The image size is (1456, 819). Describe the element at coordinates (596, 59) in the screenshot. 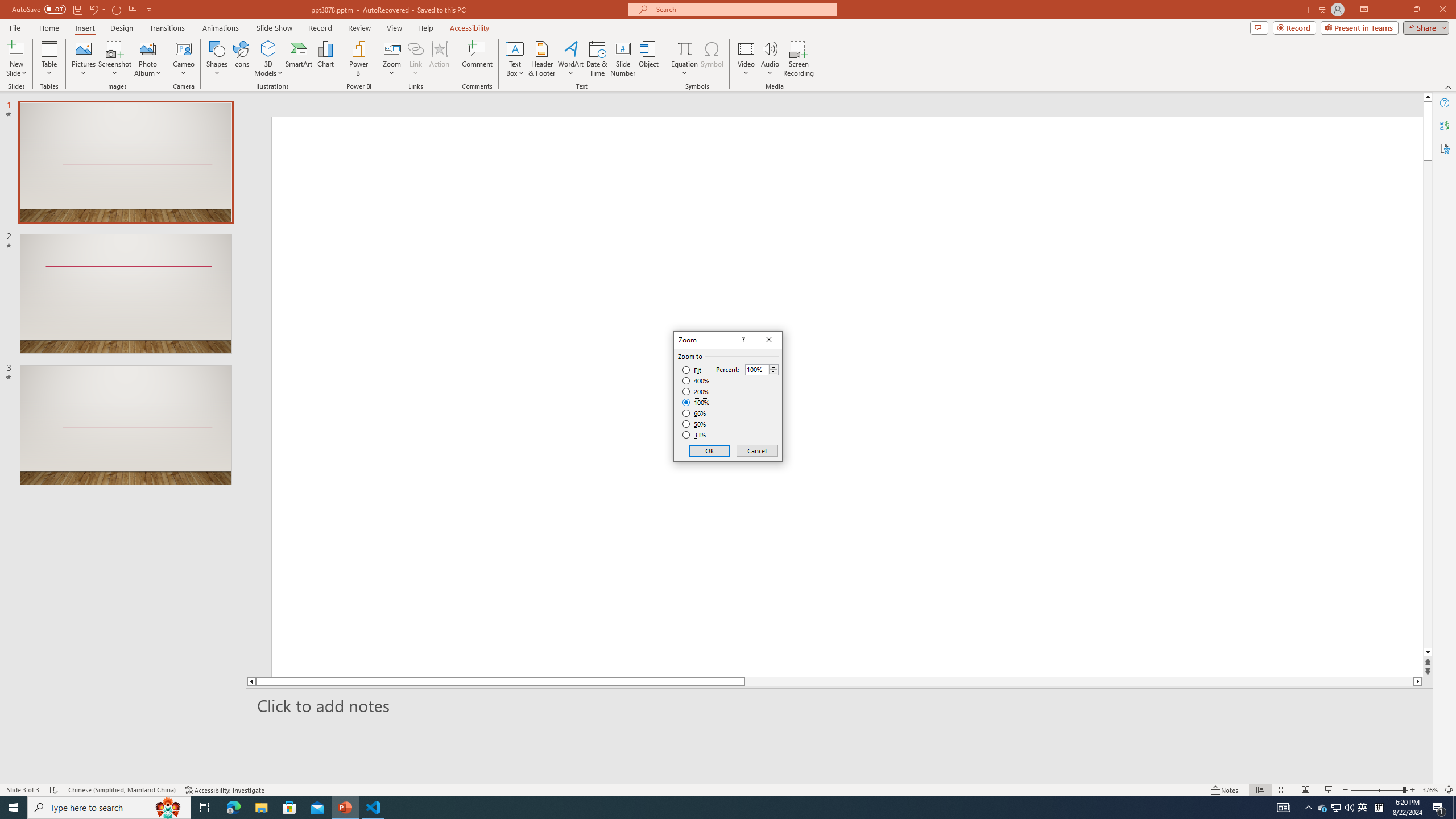

I see `'Date & Time...'` at that location.